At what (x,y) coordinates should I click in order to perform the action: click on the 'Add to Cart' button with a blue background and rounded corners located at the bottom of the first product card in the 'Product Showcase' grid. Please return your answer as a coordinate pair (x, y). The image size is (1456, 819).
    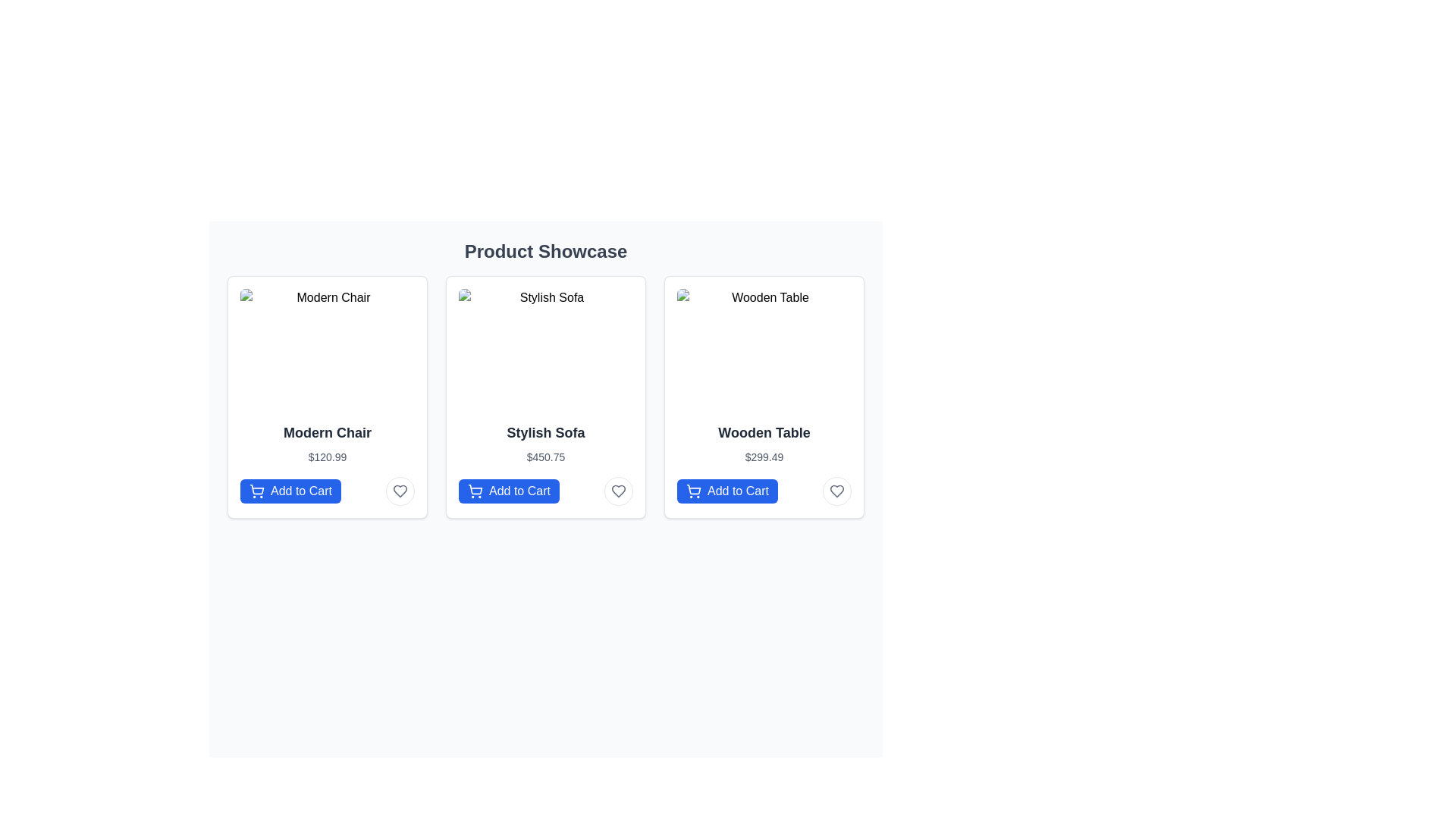
    Looking at the image, I should click on (290, 491).